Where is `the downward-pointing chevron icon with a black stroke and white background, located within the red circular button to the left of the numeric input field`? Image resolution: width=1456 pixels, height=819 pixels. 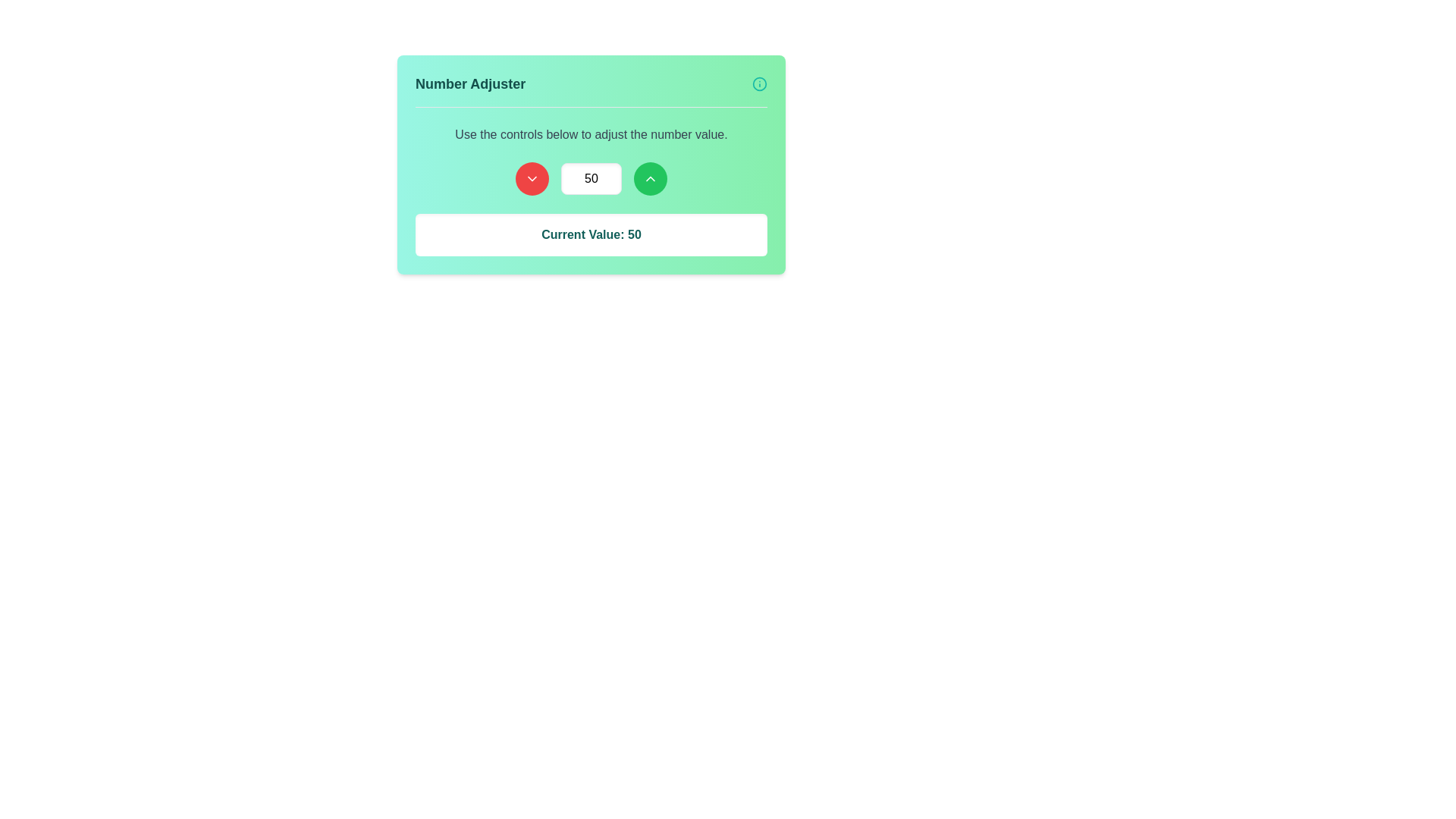
the downward-pointing chevron icon with a black stroke and white background, located within the red circular button to the left of the numeric input field is located at coordinates (532, 177).